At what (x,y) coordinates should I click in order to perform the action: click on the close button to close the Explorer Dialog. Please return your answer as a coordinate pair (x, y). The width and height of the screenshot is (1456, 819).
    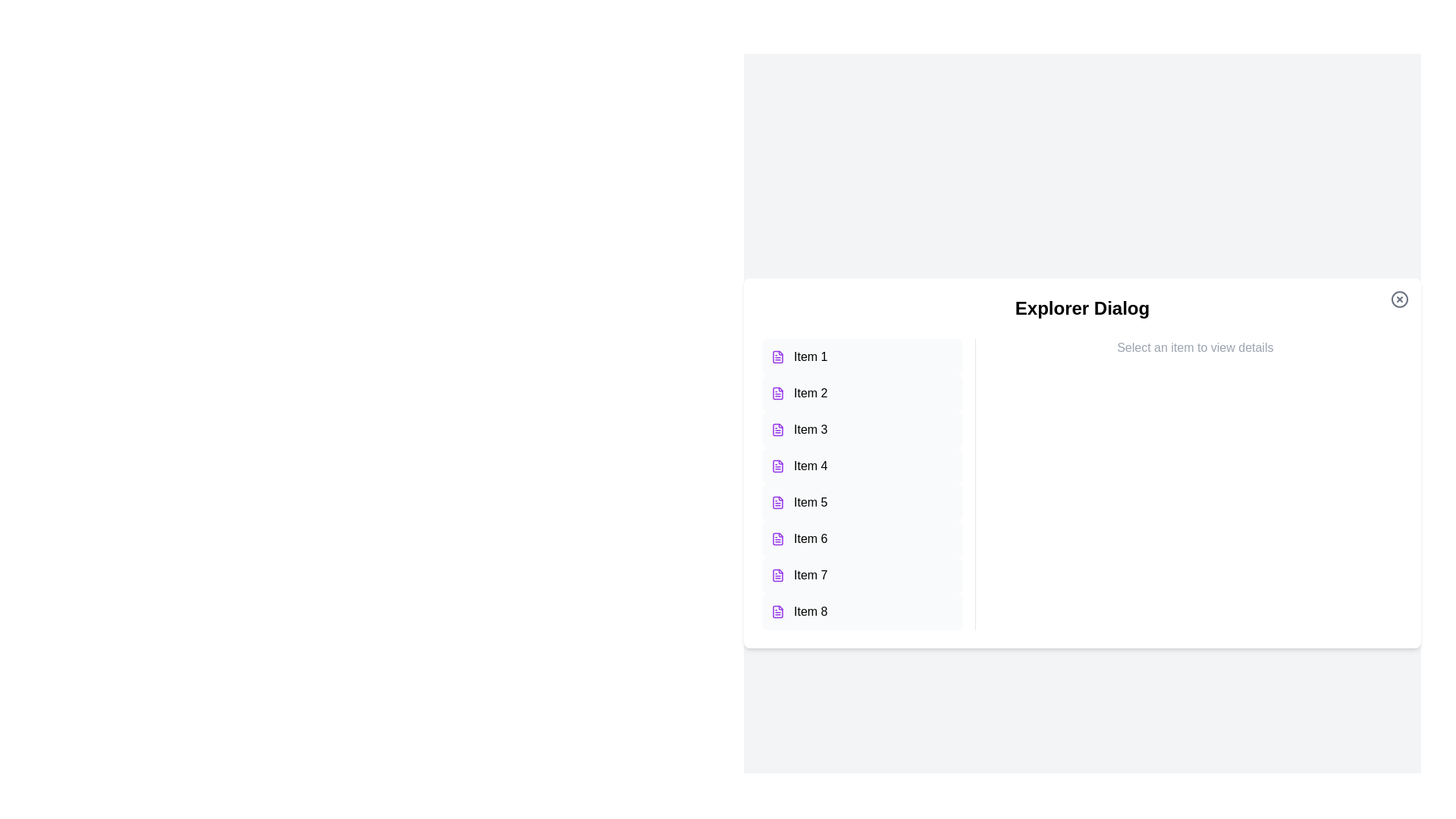
    Looking at the image, I should click on (1399, 299).